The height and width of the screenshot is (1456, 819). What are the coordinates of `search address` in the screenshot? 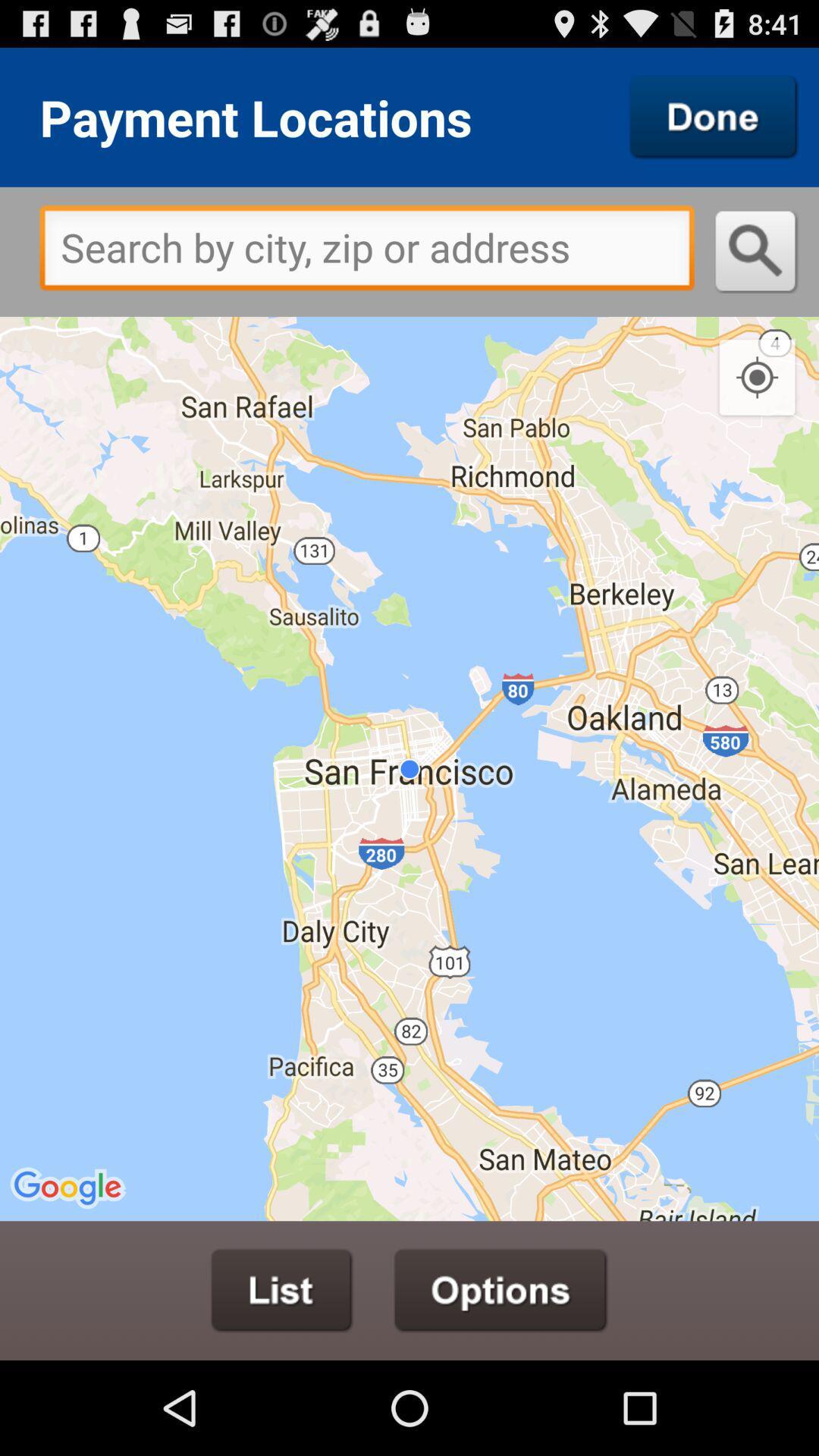 It's located at (756, 251).